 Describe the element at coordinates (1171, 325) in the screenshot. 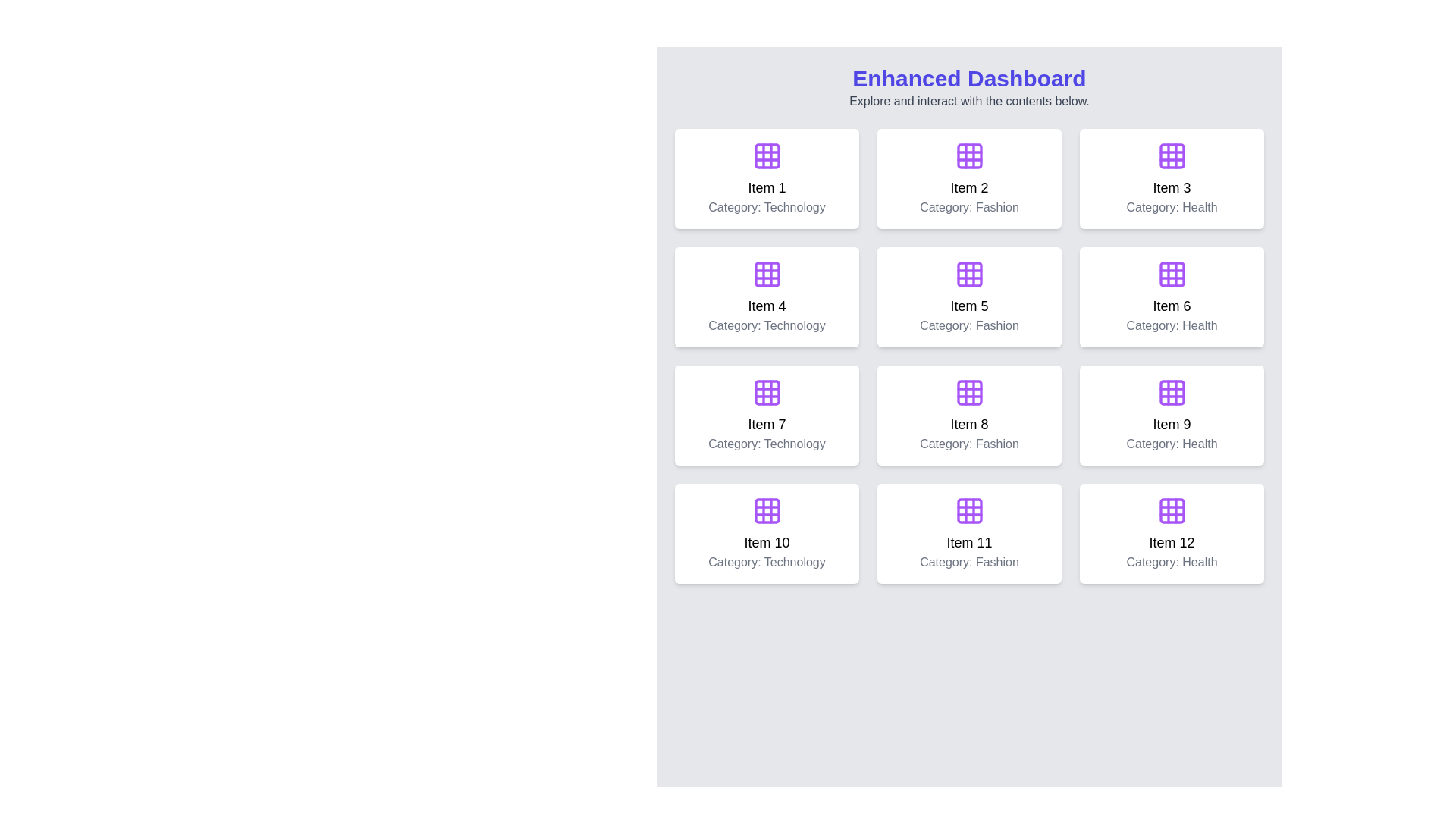

I see `the text label displaying 'Category: Health', which is centered within the card labeled 'Item 6'` at that location.